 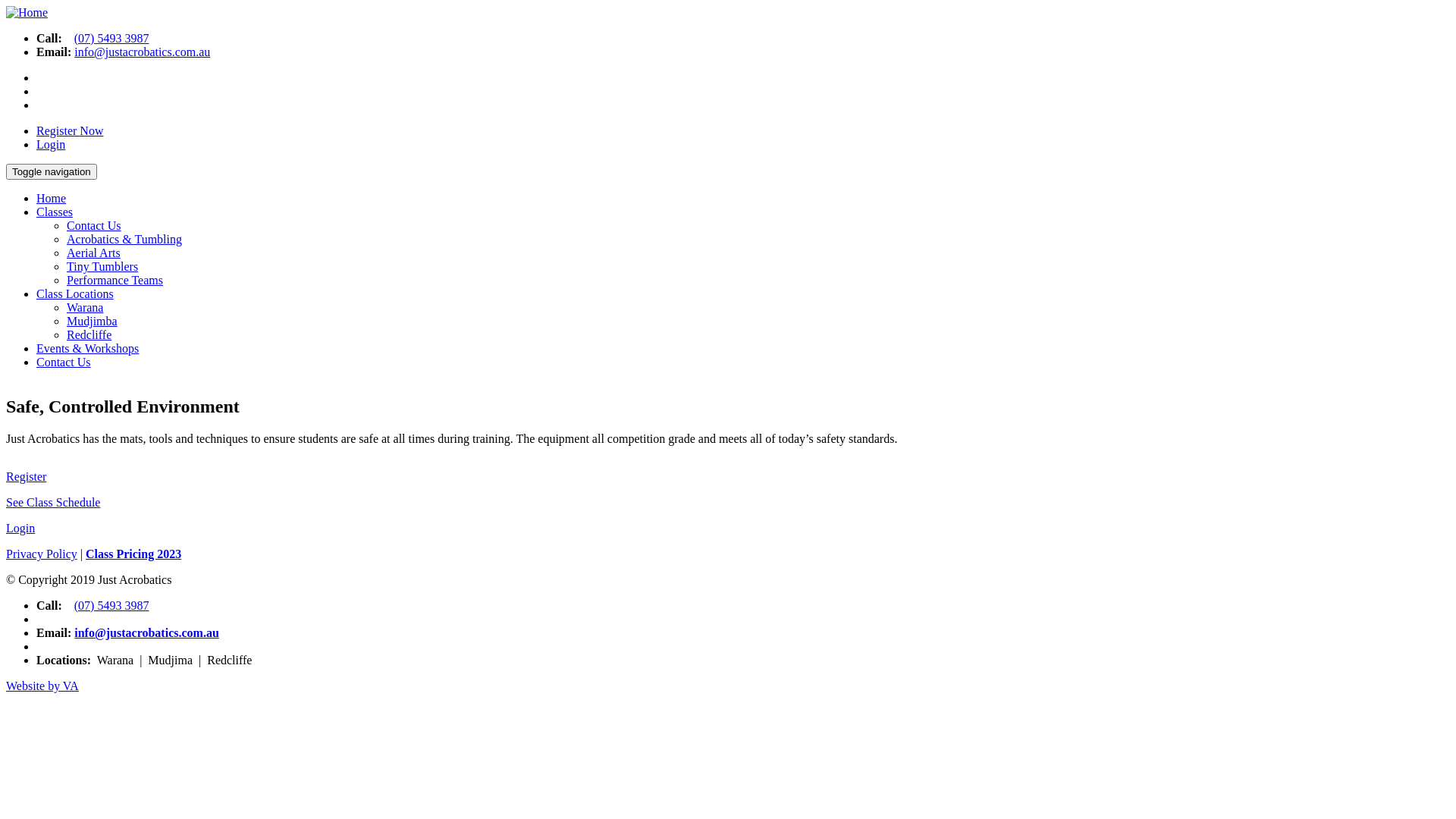 I want to click on 'Class Pricing 2023', so click(x=133, y=554).